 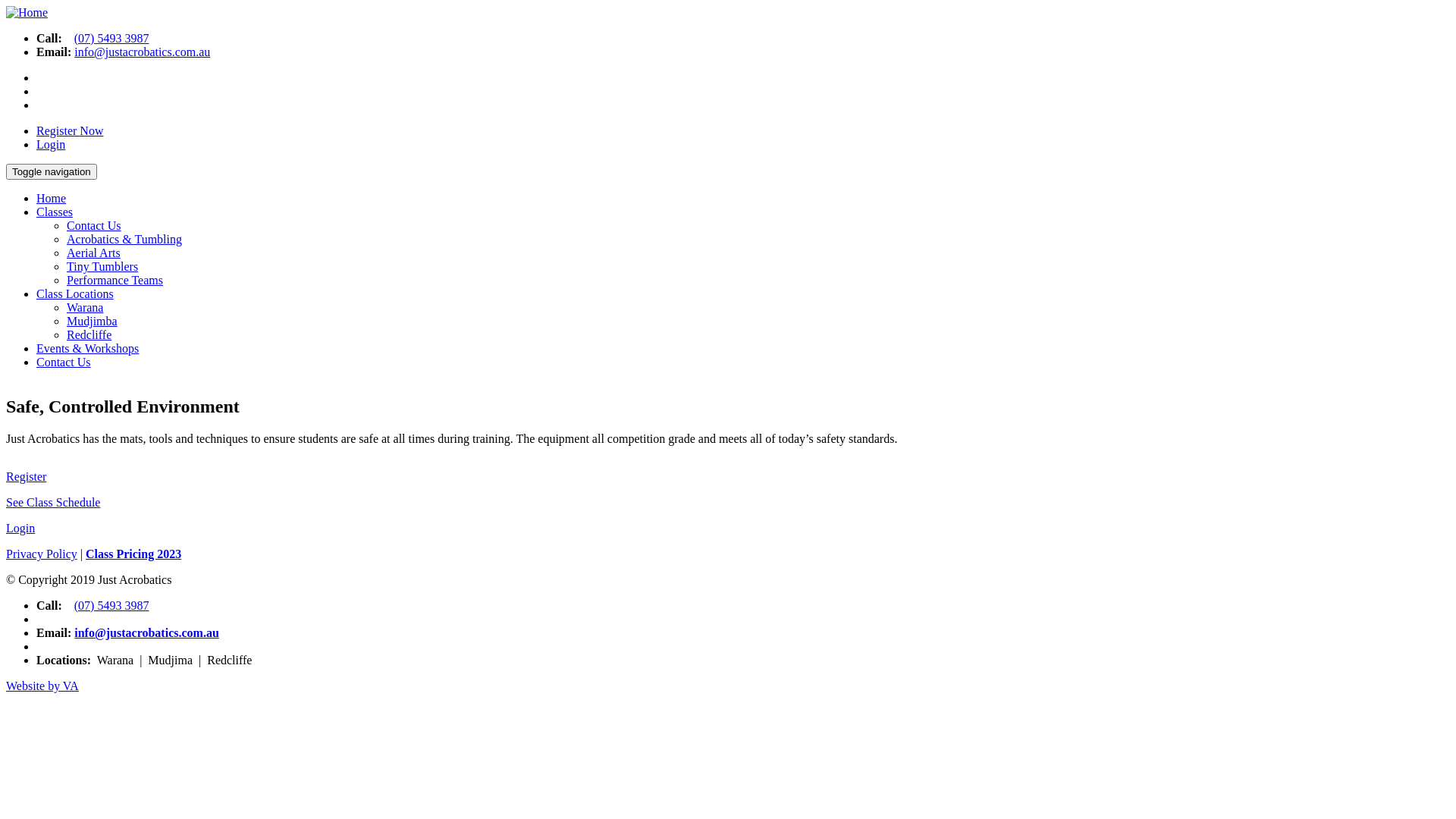 I want to click on 'Class Pricing 2023', so click(x=133, y=554).